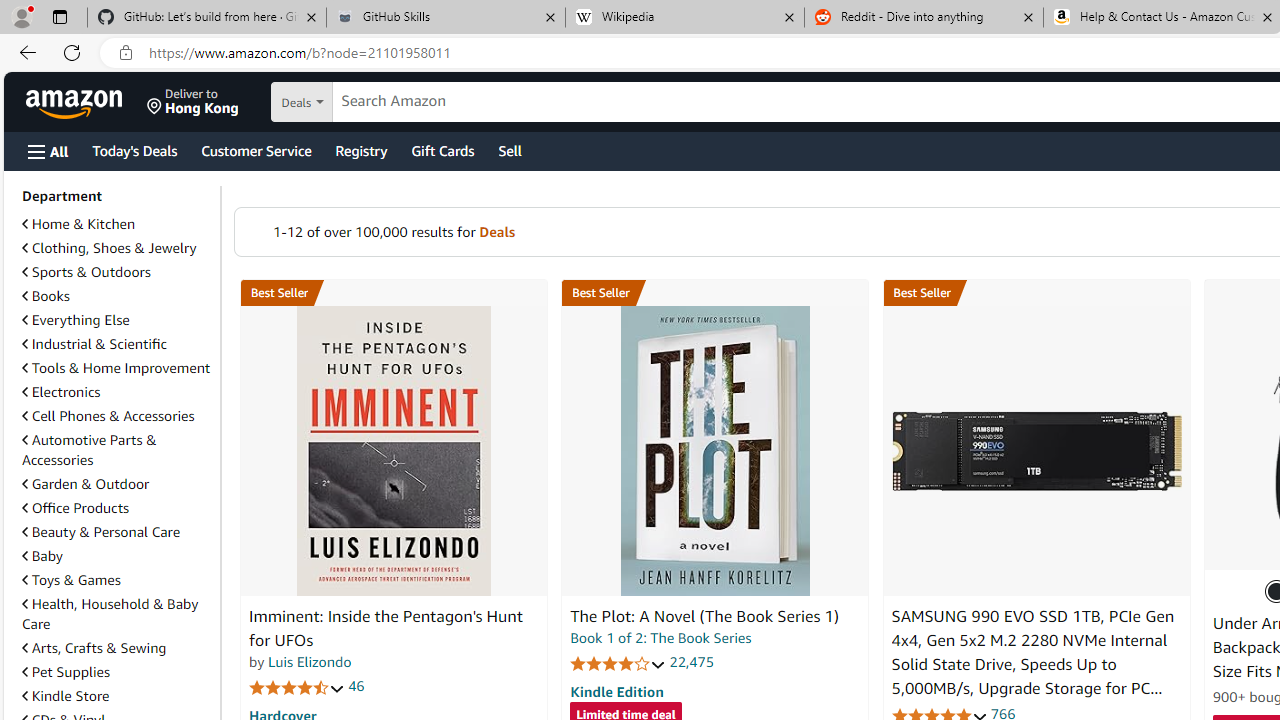 The image size is (1280, 720). What do you see at coordinates (116, 272) in the screenshot?
I see `'Sports & Outdoors'` at bounding box center [116, 272].